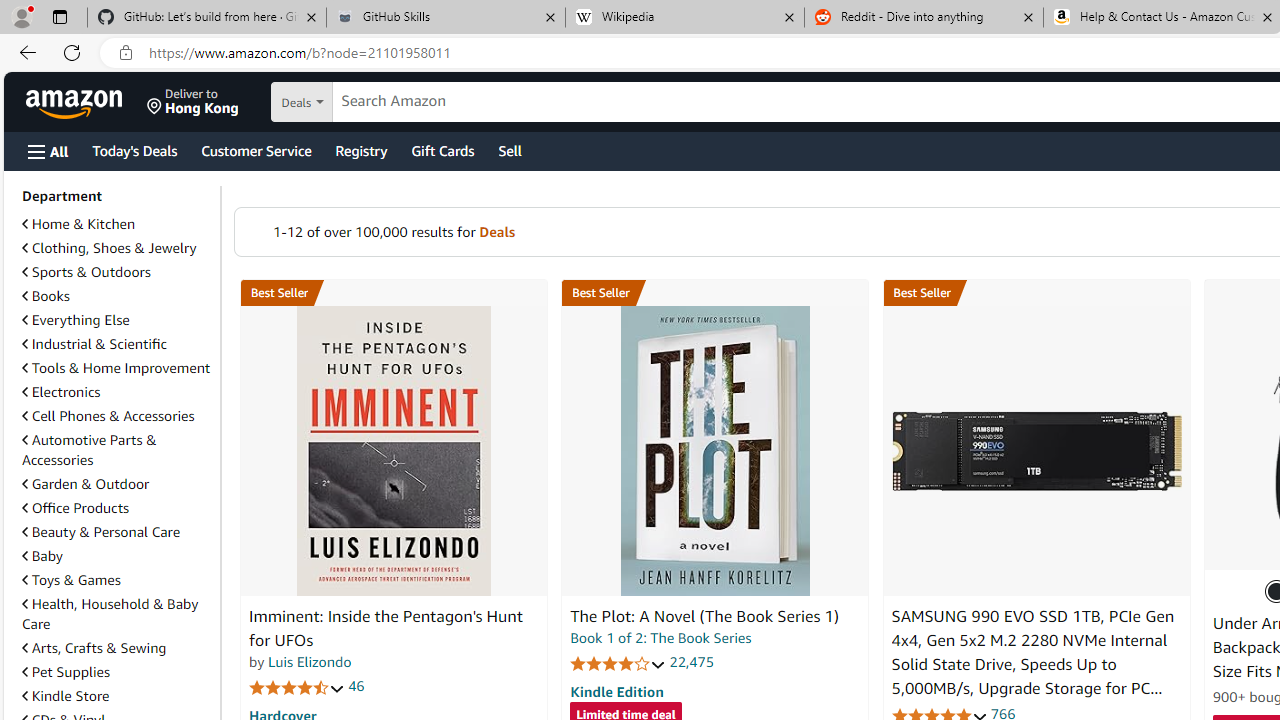 The image size is (1280, 720). What do you see at coordinates (116, 272) in the screenshot?
I see `'Sports & Outdoors'` at bounding box center [116, 272].